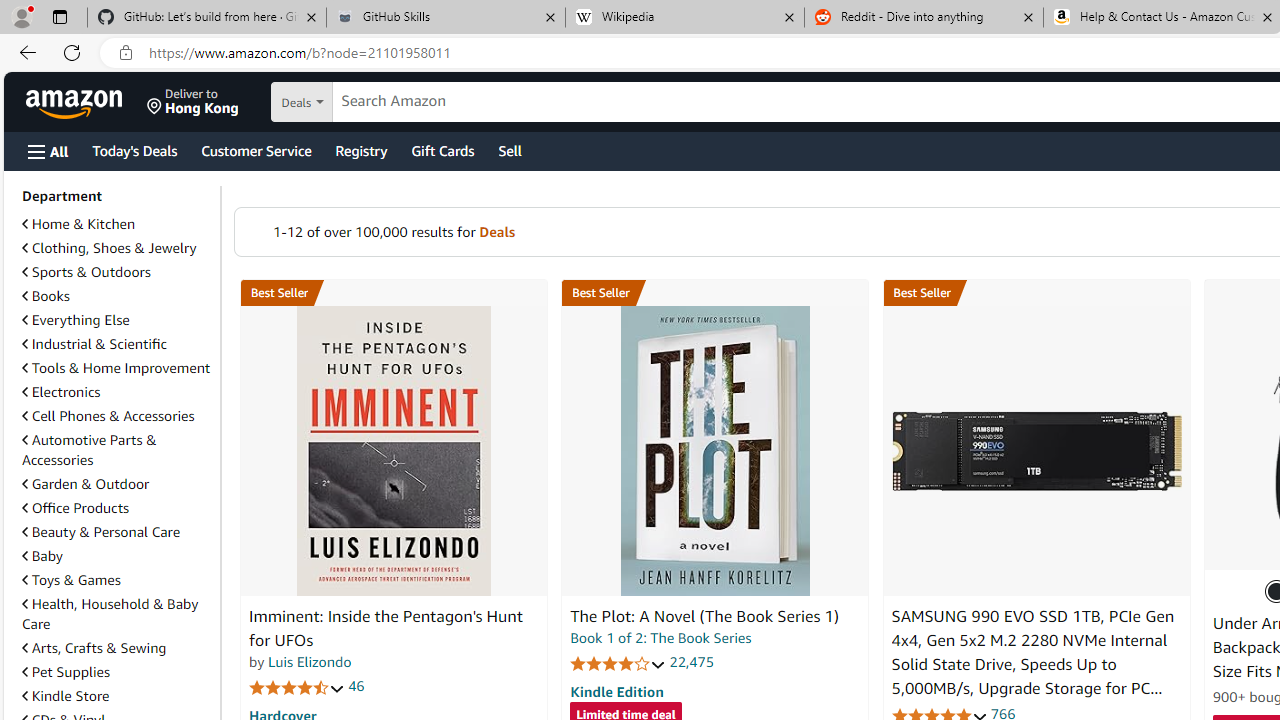 The image size is (1280, 720). What do you see at coordinates (116, 272) in the screenshot?
I see `'Sports & Outdoors'` at bounding box center [116, 272].